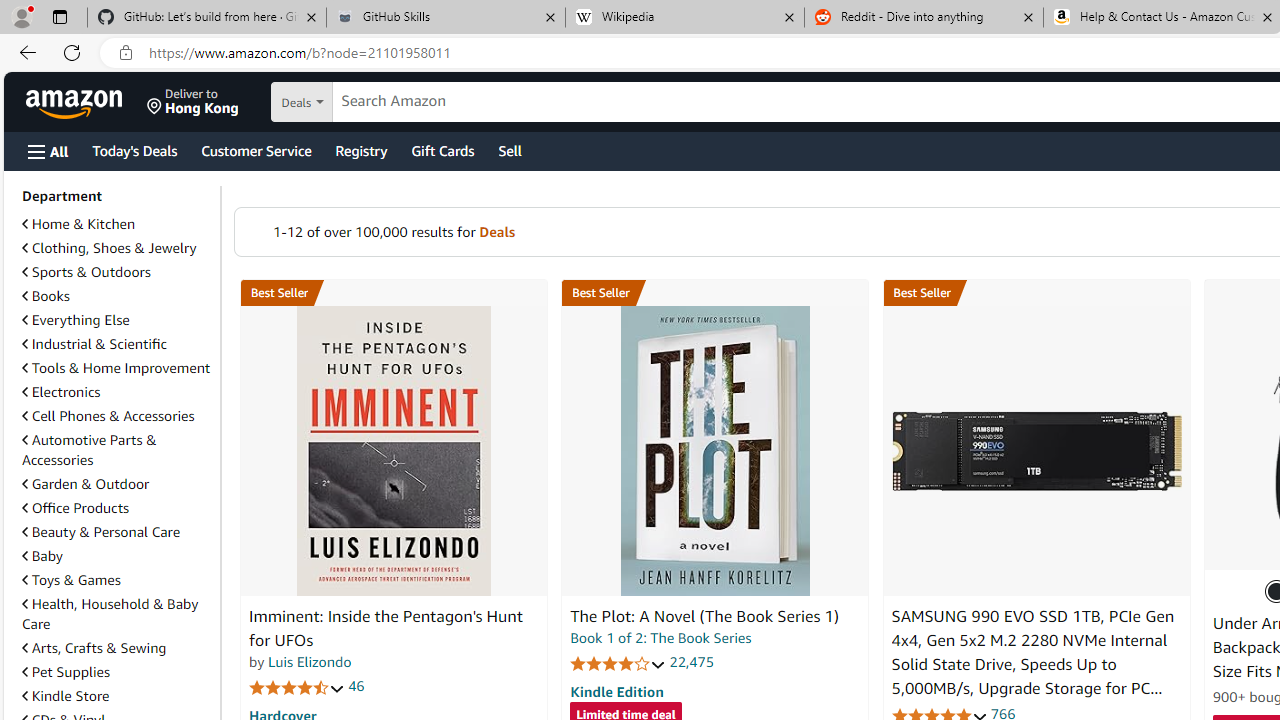 The image size is (1280, 720). What do you see at coordinates (116, 272) in the screenshot?
I see `'Sports & Outdoors'` at bounding box center [116, 272].